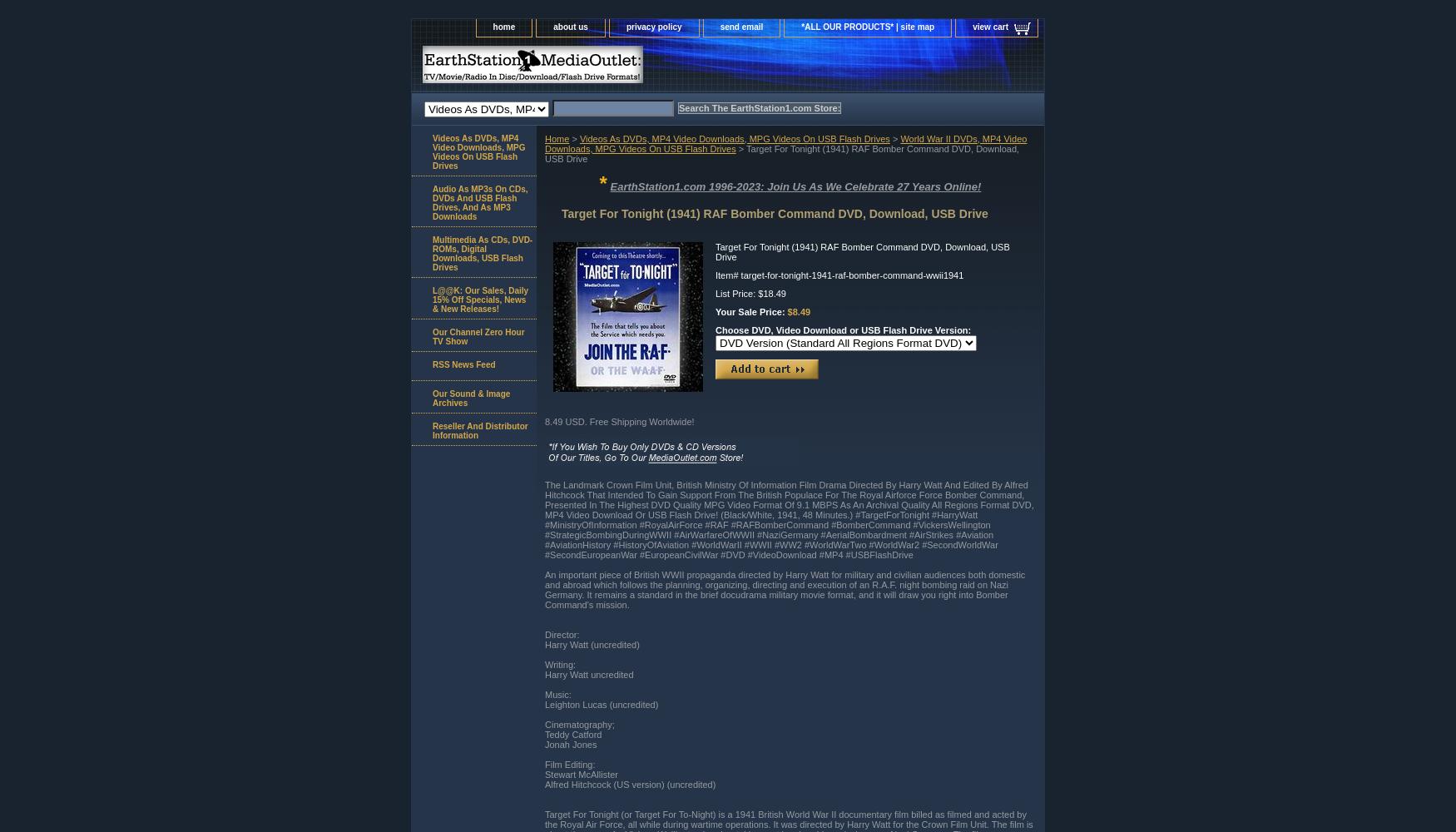 The height and width of the screenshot is (832, 1456). What do you see at coordinates (561, 634) in the screenshot?
I see `'Director:'` at bounding box center [561, 634].